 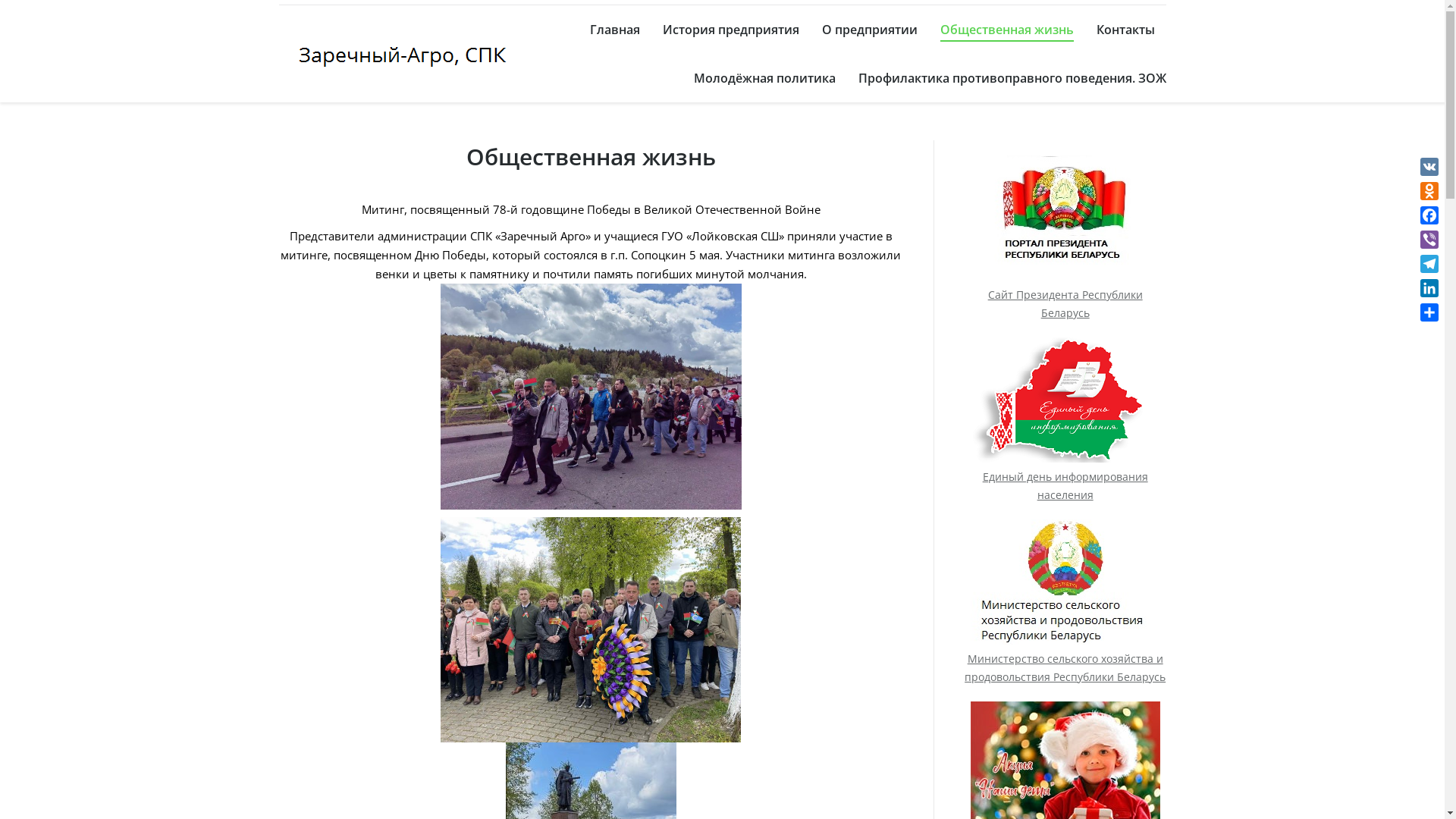 I want to click on 'Telegram', so click(x=1429, y=262).